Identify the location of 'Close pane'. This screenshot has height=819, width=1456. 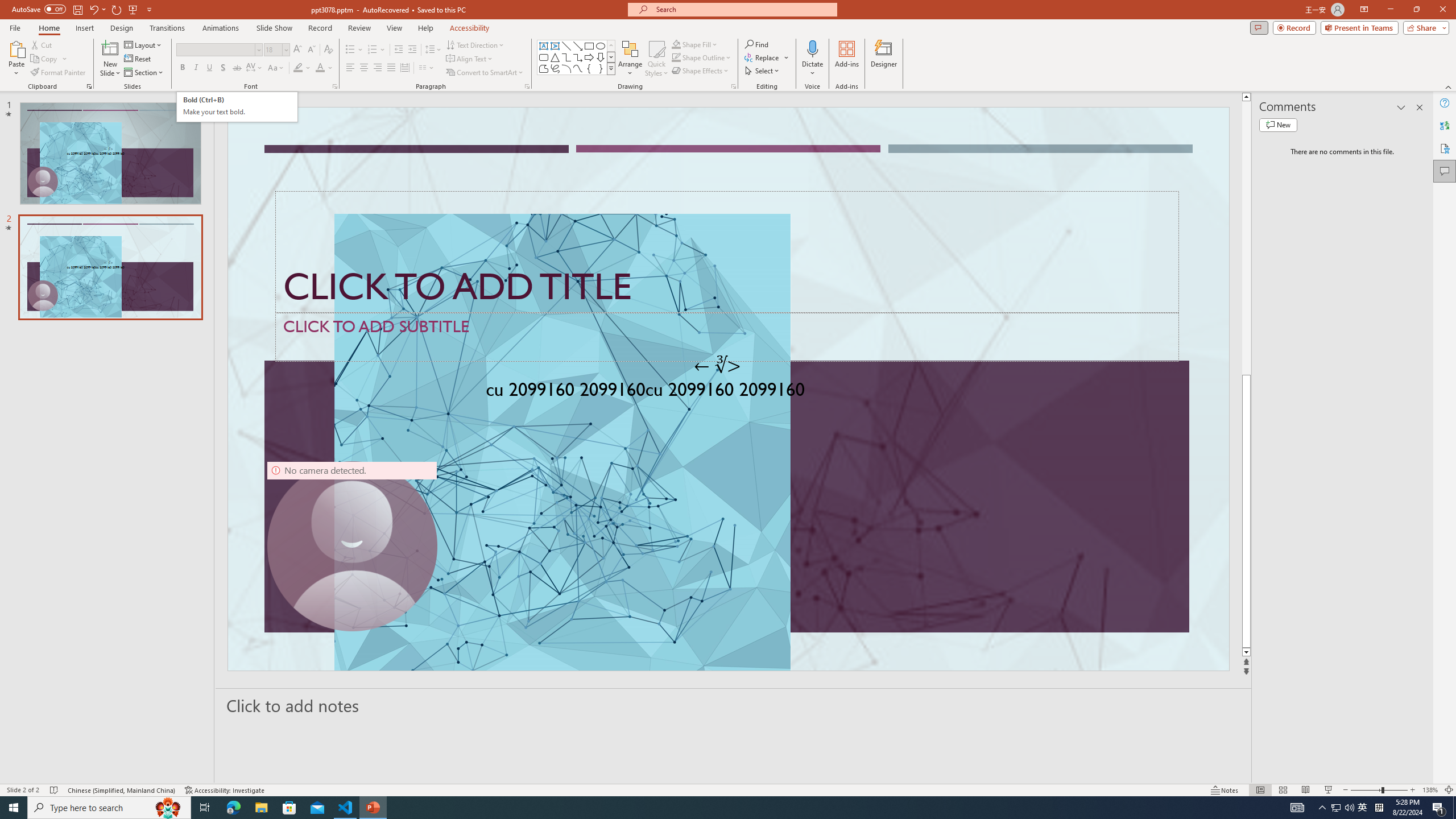
(1419, 107).